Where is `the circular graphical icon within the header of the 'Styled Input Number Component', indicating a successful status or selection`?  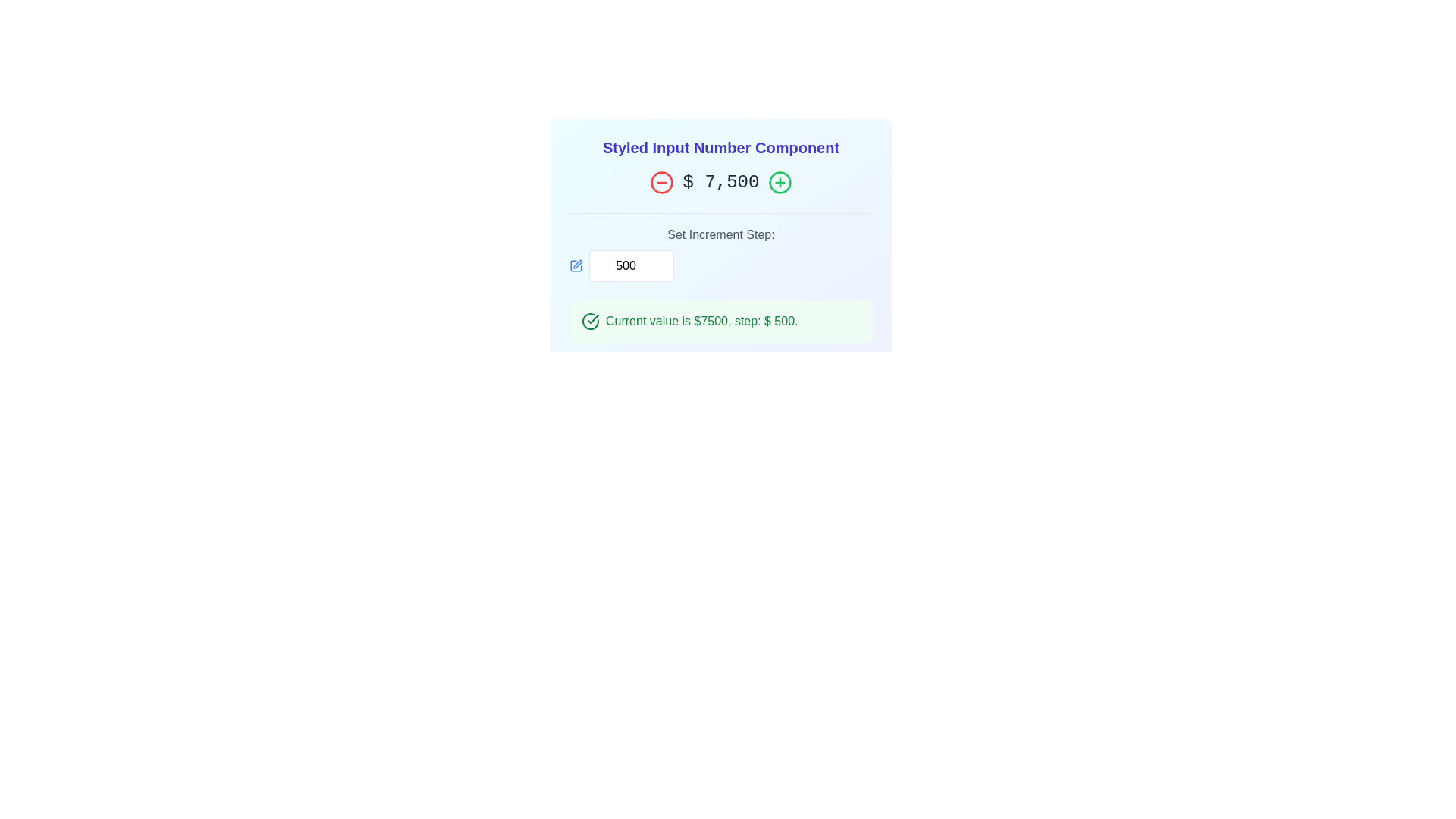
the circular graphical icon within the header of the 'Styled Input Number Component', indicating a successful status or selection is located at coordinates (589, 321).